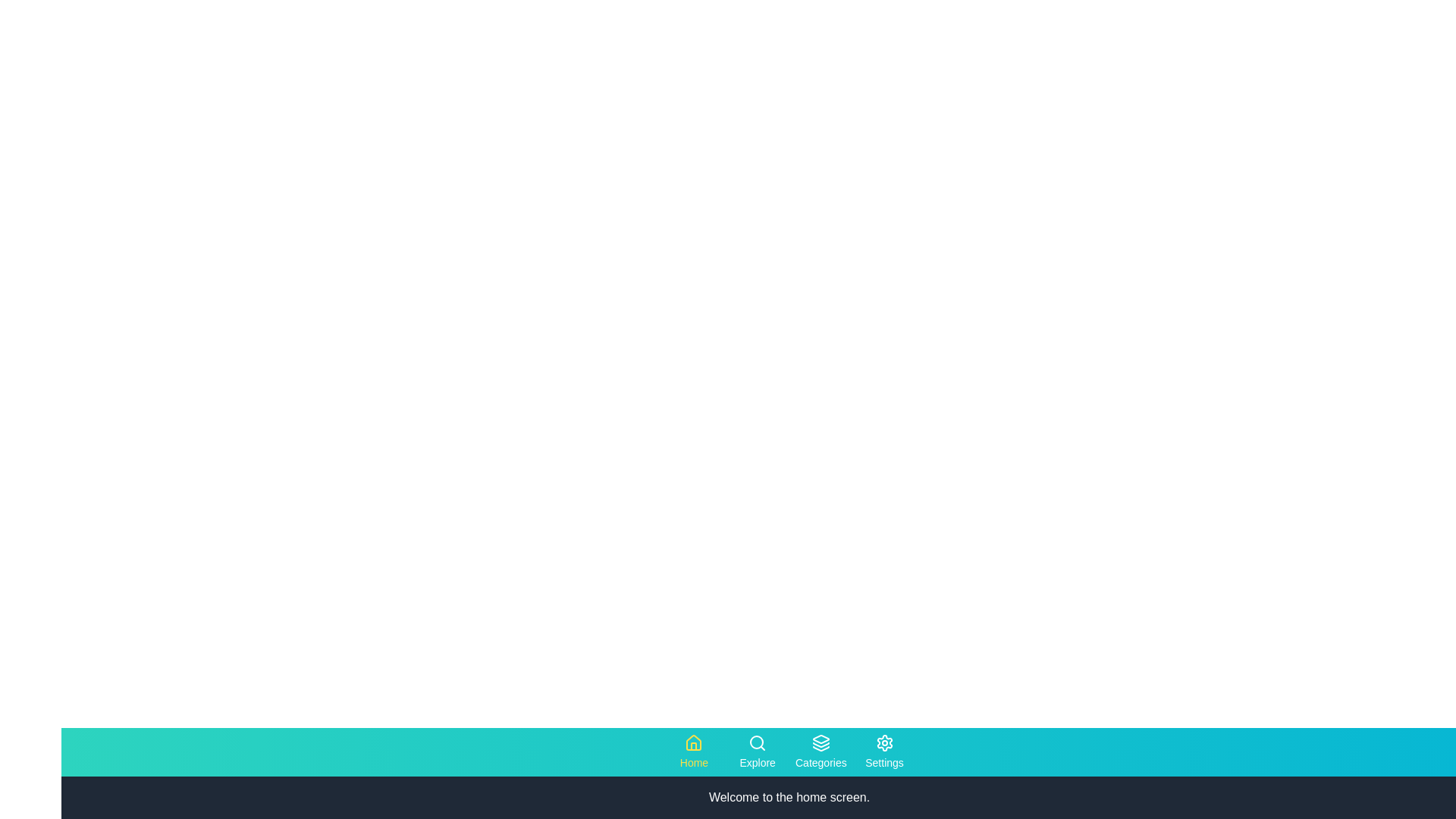 This screenshot has height=819, width=1456. Describe the element at coordinates (820, 752) in the screenshot. I see `the tab labeled 'Categories' to observe the visual effect` at that location.